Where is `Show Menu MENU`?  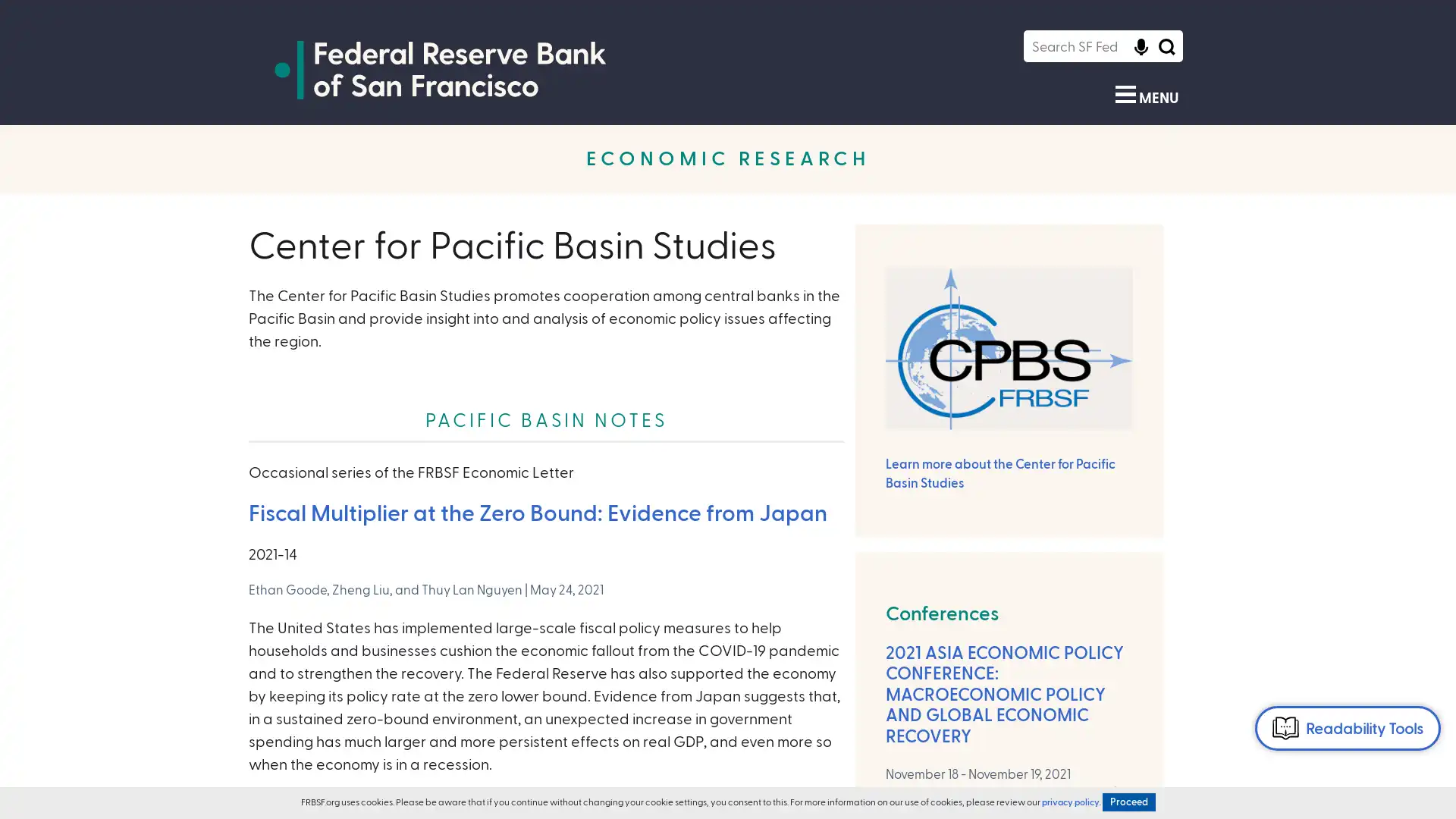 Show Menu MENU is located at coordinates (1145, 96).